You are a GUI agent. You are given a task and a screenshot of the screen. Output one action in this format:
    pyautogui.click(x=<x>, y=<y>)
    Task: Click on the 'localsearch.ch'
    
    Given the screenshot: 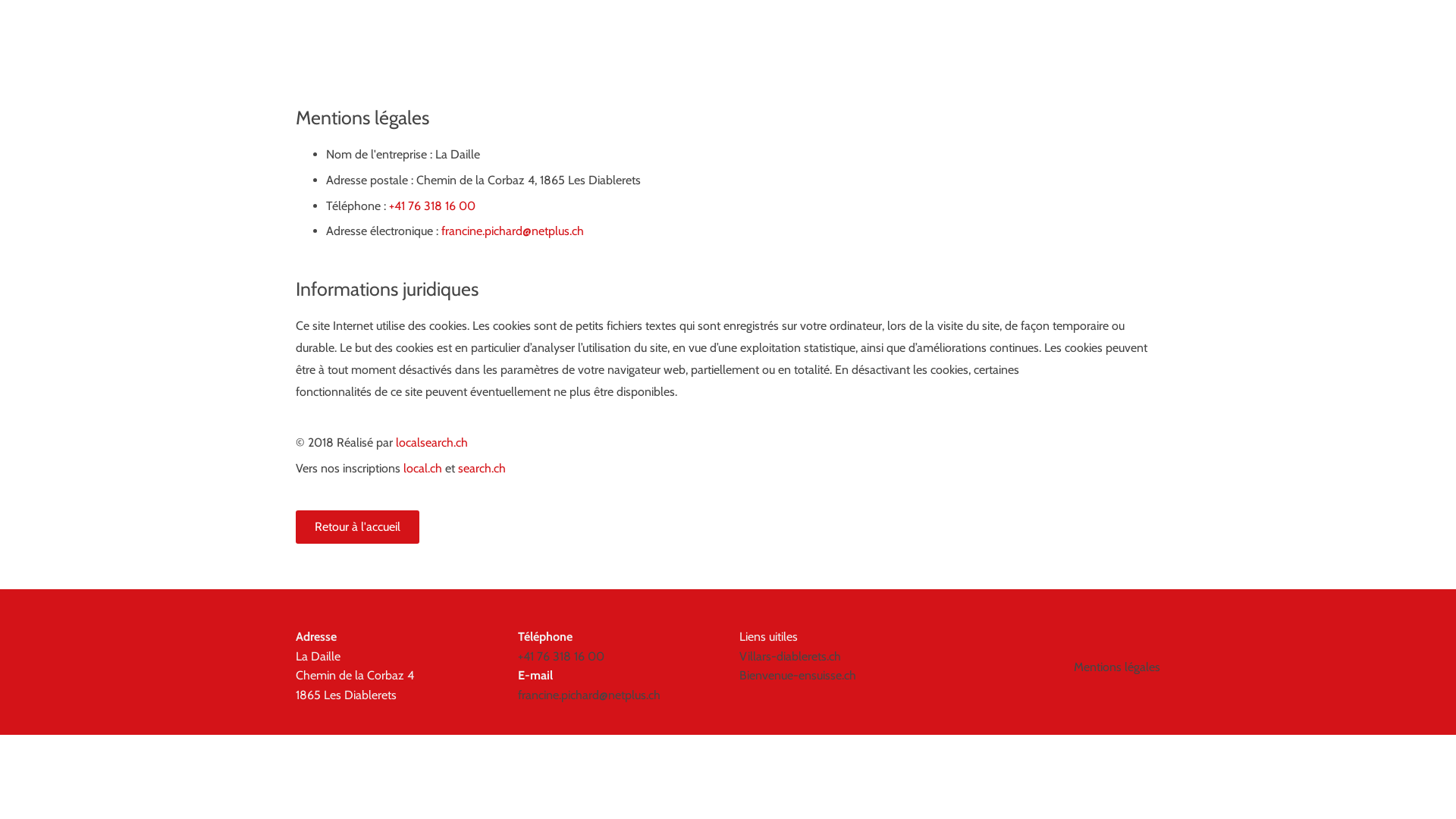 What is the action you would take?
    pyautogui.click(x=431, y=442)
    